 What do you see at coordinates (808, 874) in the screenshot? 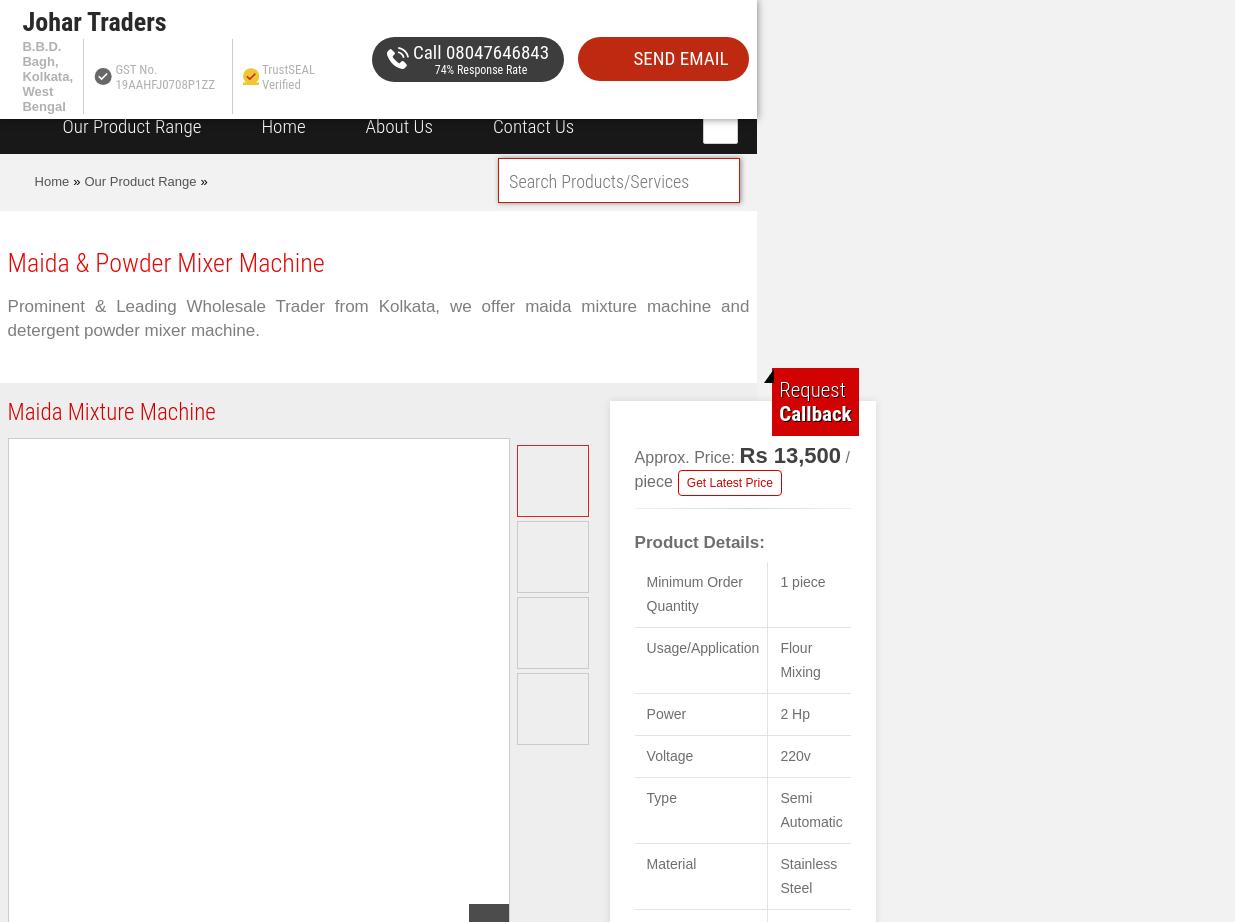
I see `'Stainless Steel'` at bounding box center [808, 874].